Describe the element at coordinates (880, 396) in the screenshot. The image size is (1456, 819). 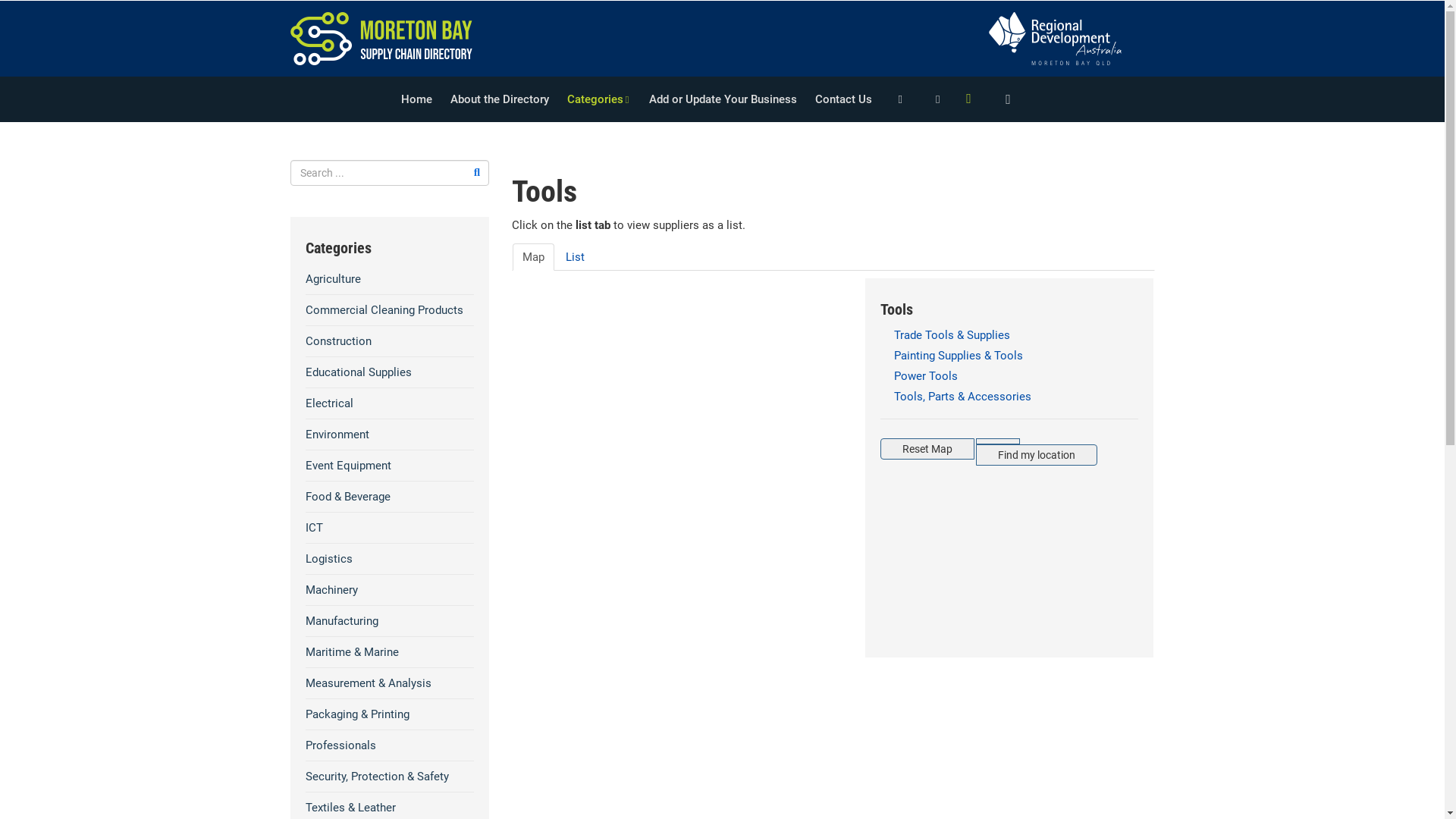
I see `'Tools, Parts & Accessories'` at that location.